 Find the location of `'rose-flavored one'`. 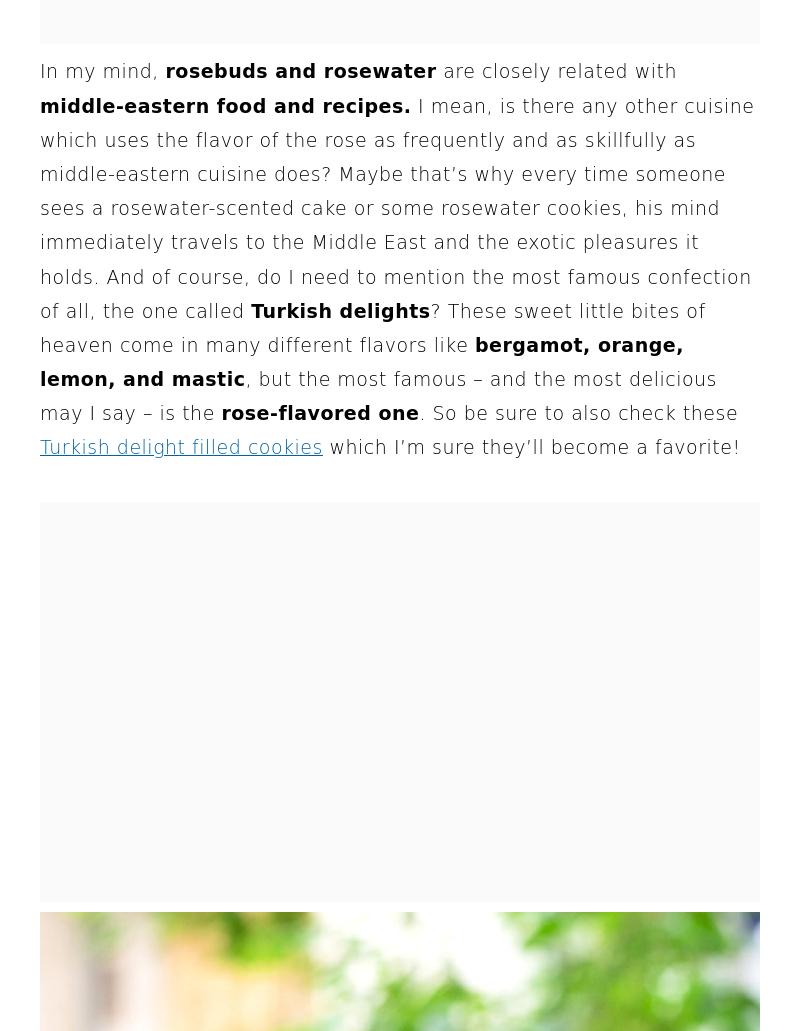

'rose-flavored one' is located at coordinates (319, 413).